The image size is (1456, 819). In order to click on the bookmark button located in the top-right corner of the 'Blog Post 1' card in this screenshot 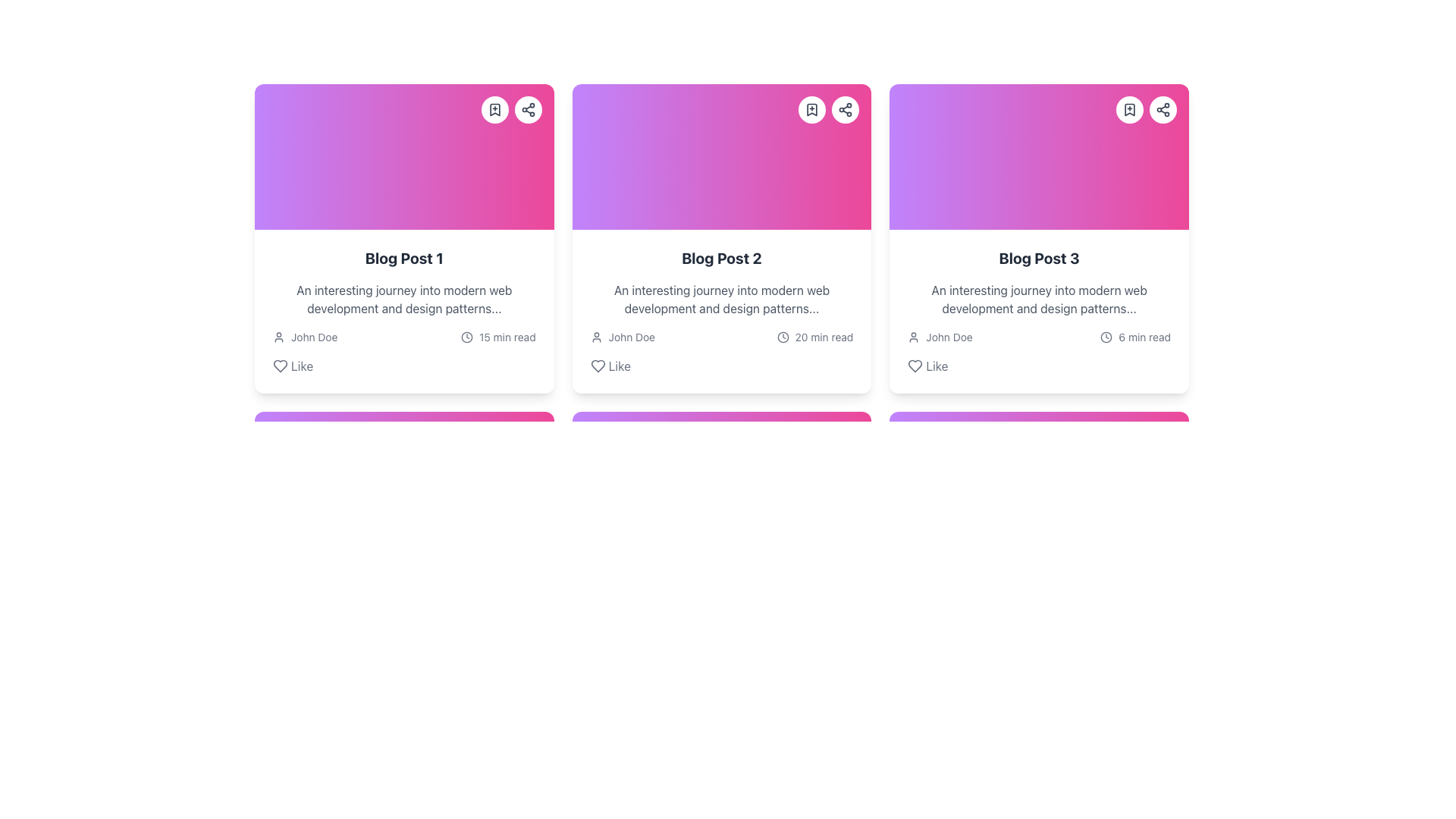, I will do `click(494, 109)`.